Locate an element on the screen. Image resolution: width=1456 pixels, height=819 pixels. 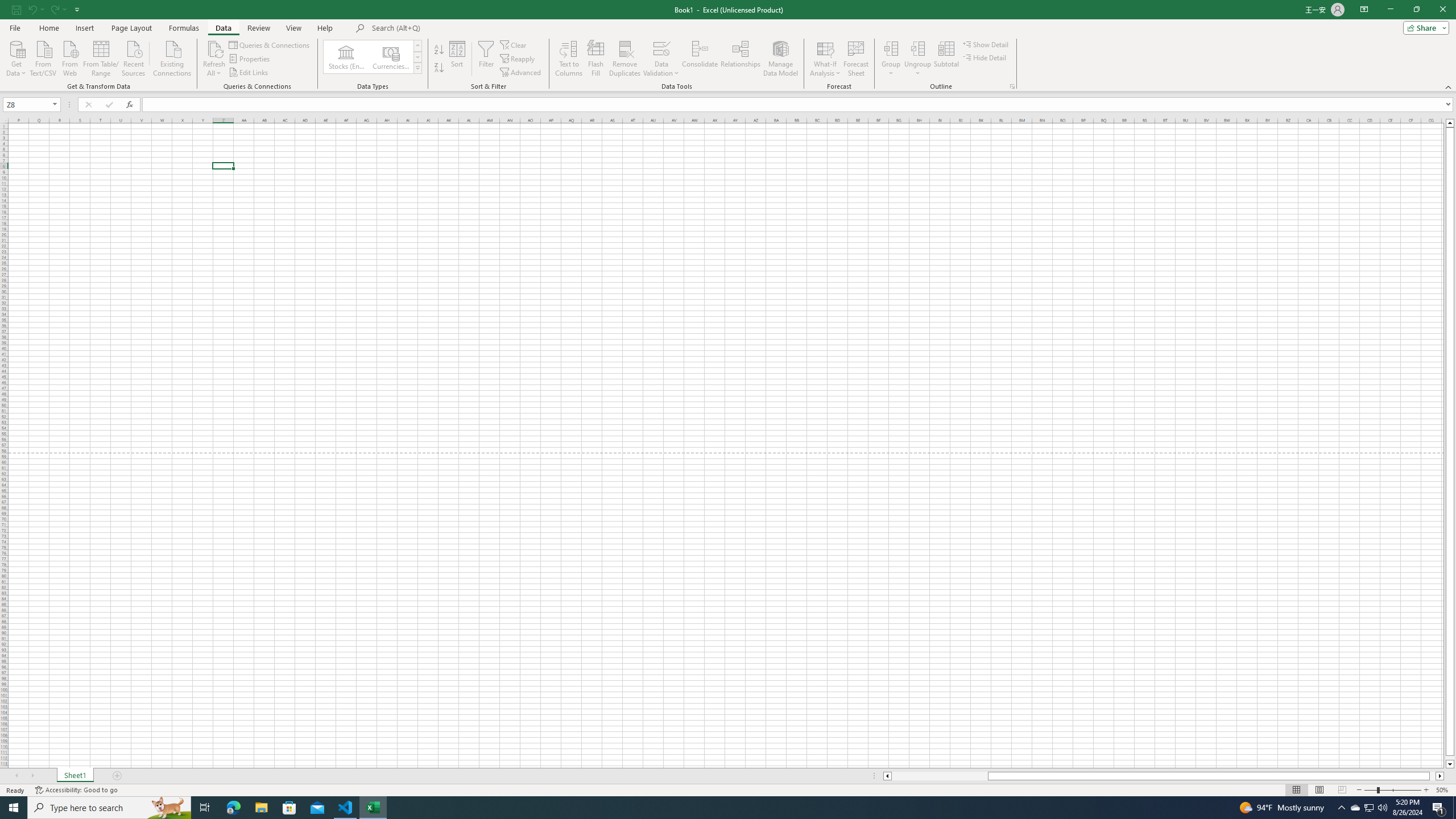
'Column left' is located at coordinates (886, 775).